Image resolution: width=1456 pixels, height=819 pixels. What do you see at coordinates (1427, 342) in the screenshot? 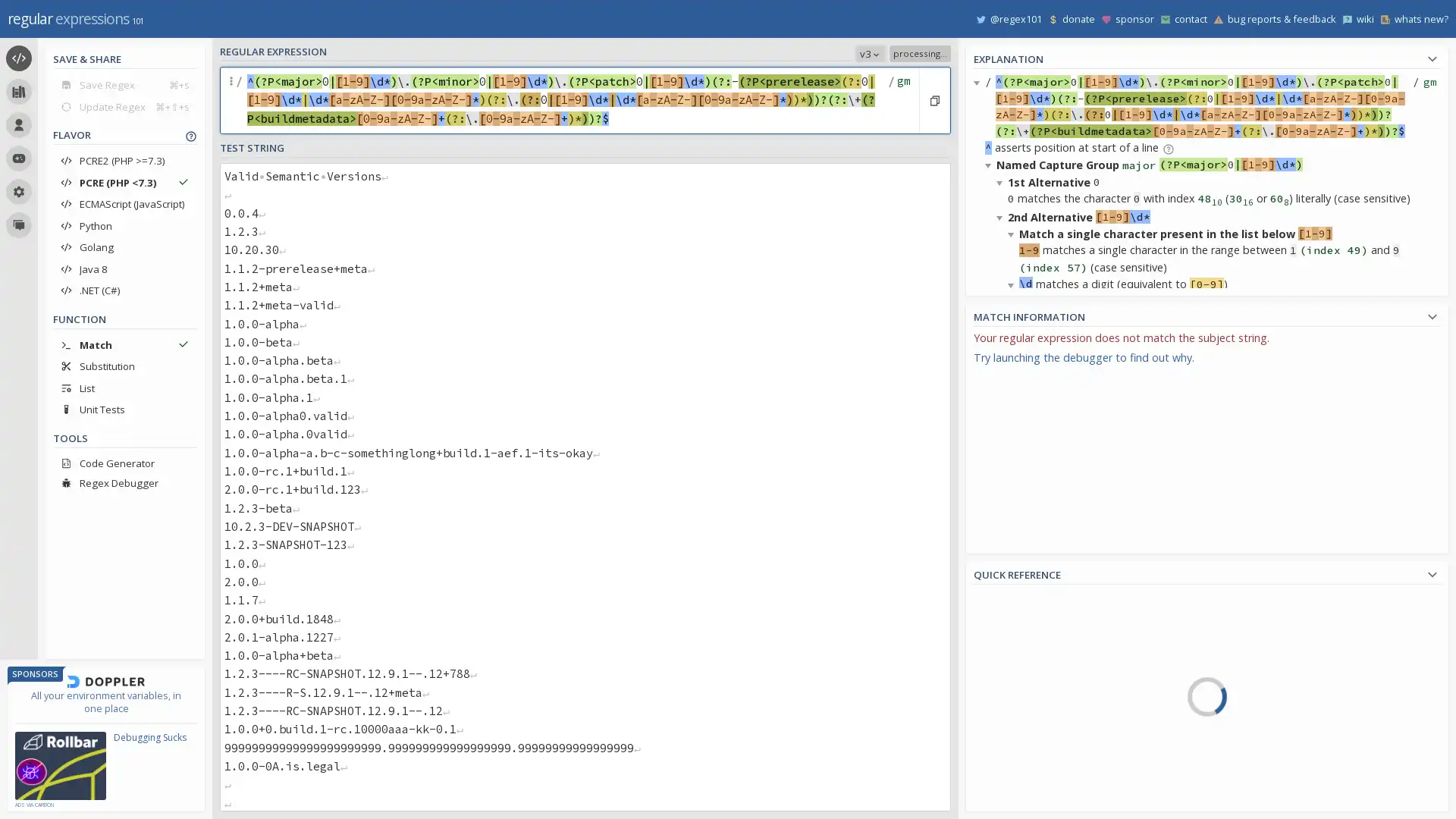
I see `Export Matches` at bounding box center [1427, 342].